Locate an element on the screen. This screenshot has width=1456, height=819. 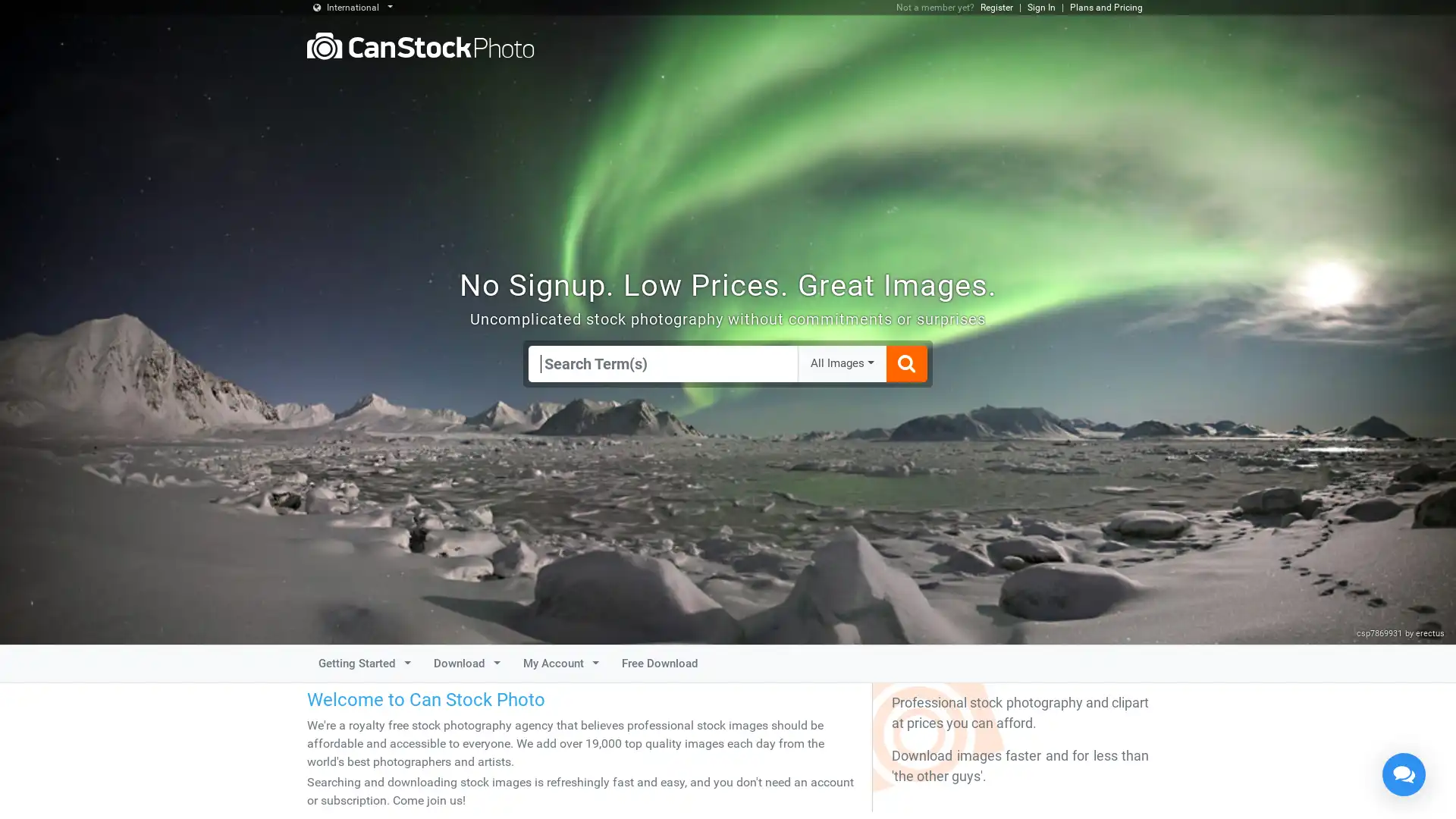
All Images is located at coordinates (841, 362).